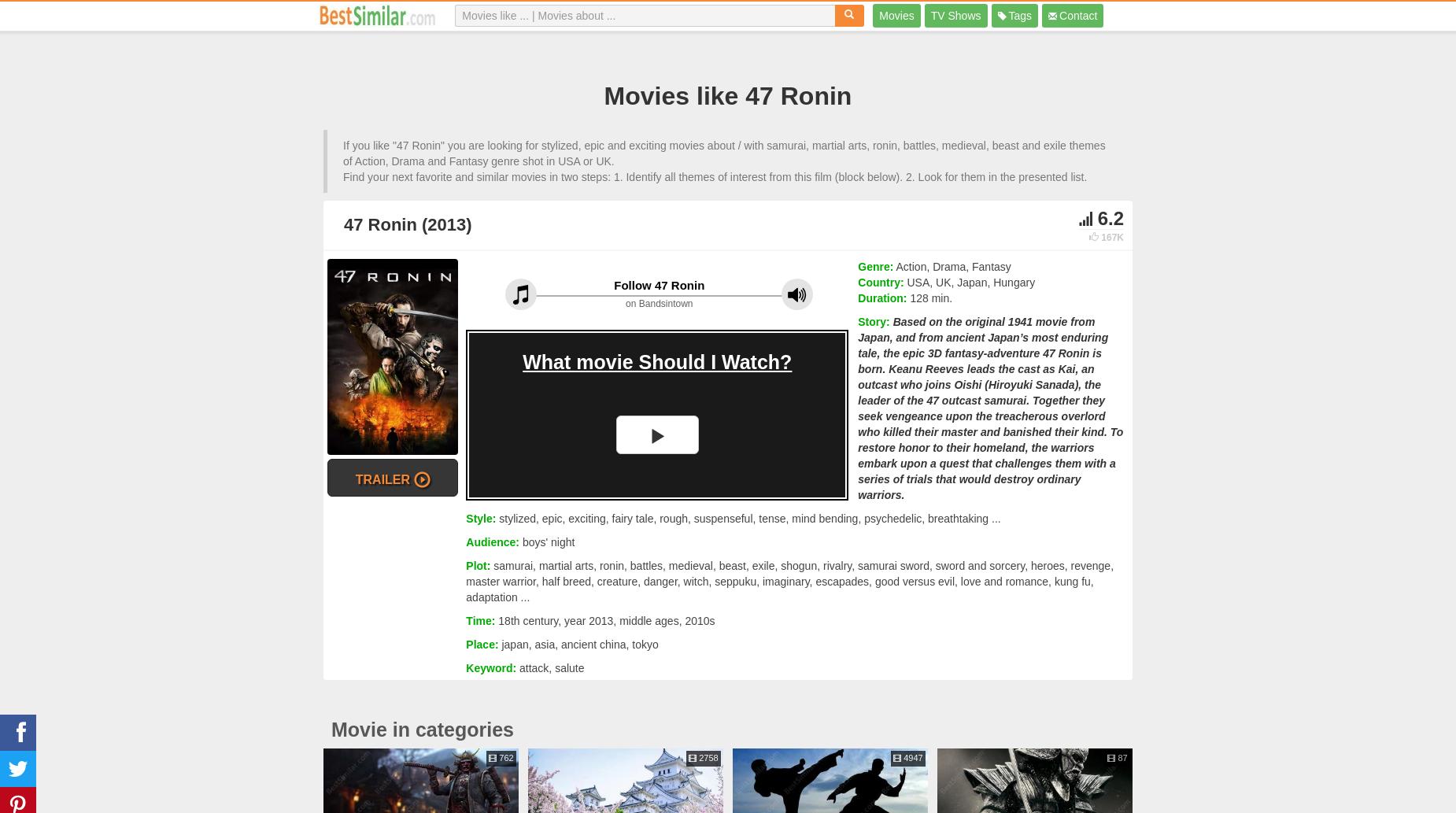  Describe the element at coordinates (1112, 237) in the screenshot. I see `'167K'` at that location.